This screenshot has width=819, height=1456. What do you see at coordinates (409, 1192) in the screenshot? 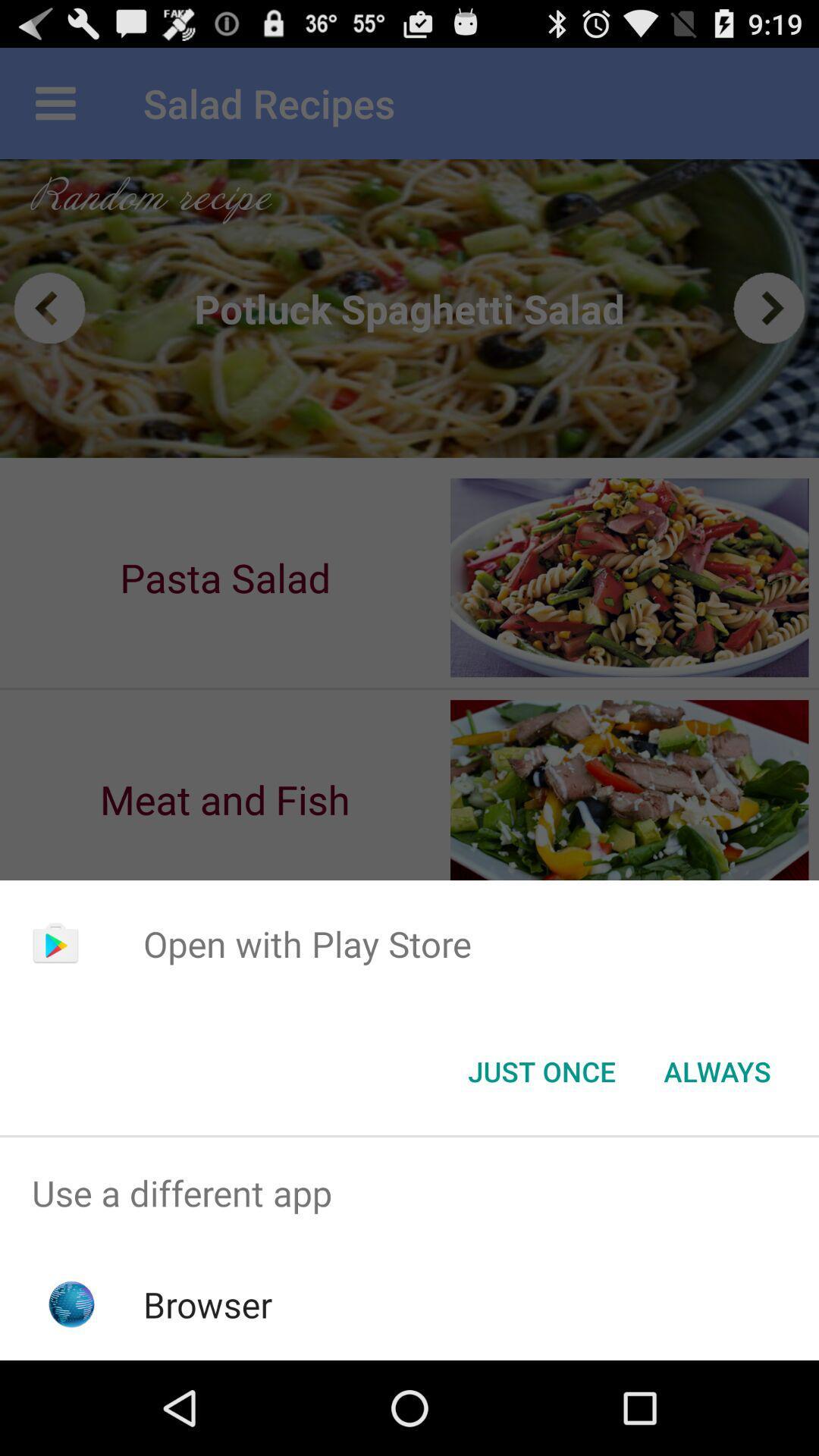
I see `the icon above browser` at bounding box center [409, 1192].